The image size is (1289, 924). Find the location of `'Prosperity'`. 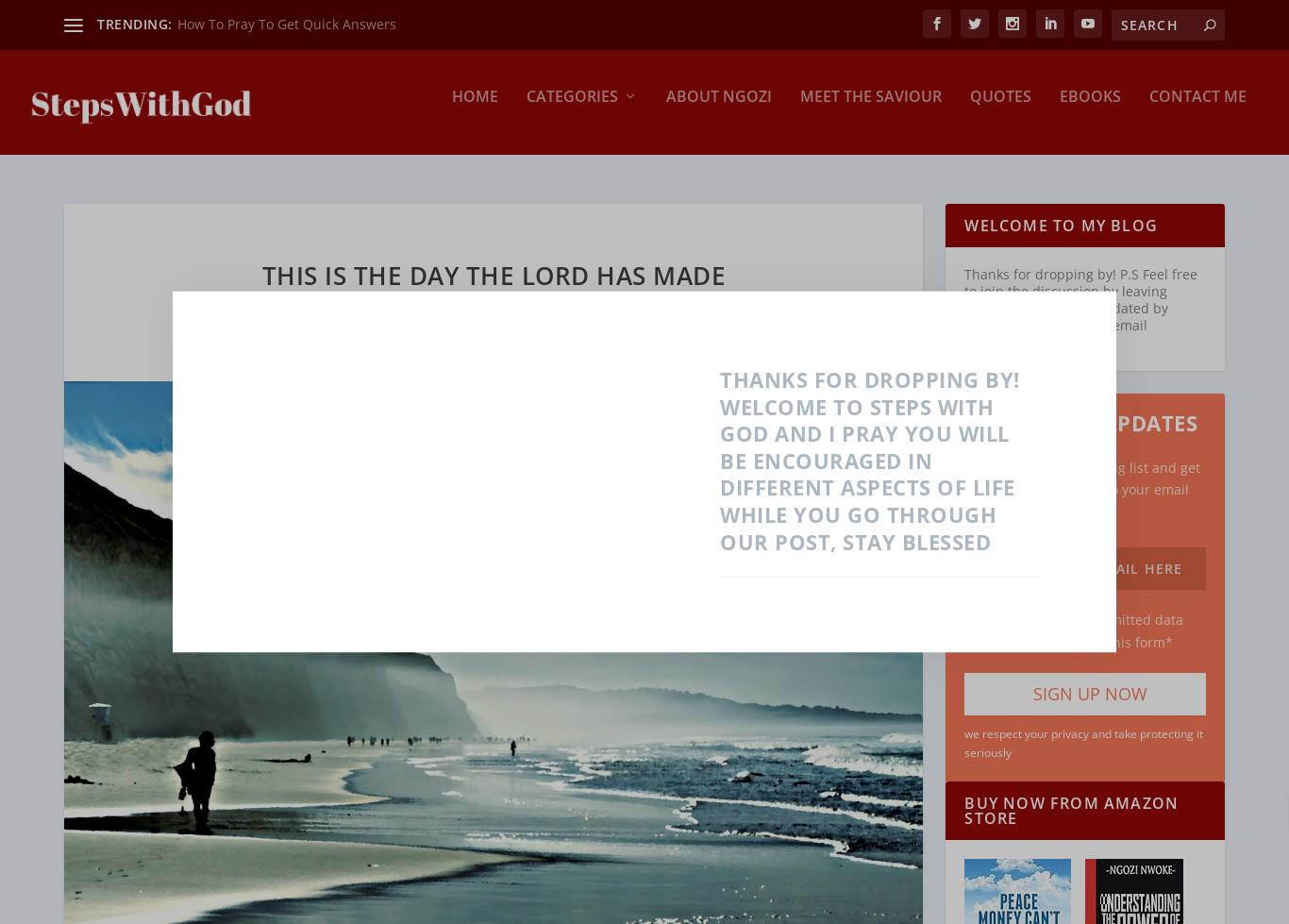

'Prosperity' is located at coordinates (349, 704).